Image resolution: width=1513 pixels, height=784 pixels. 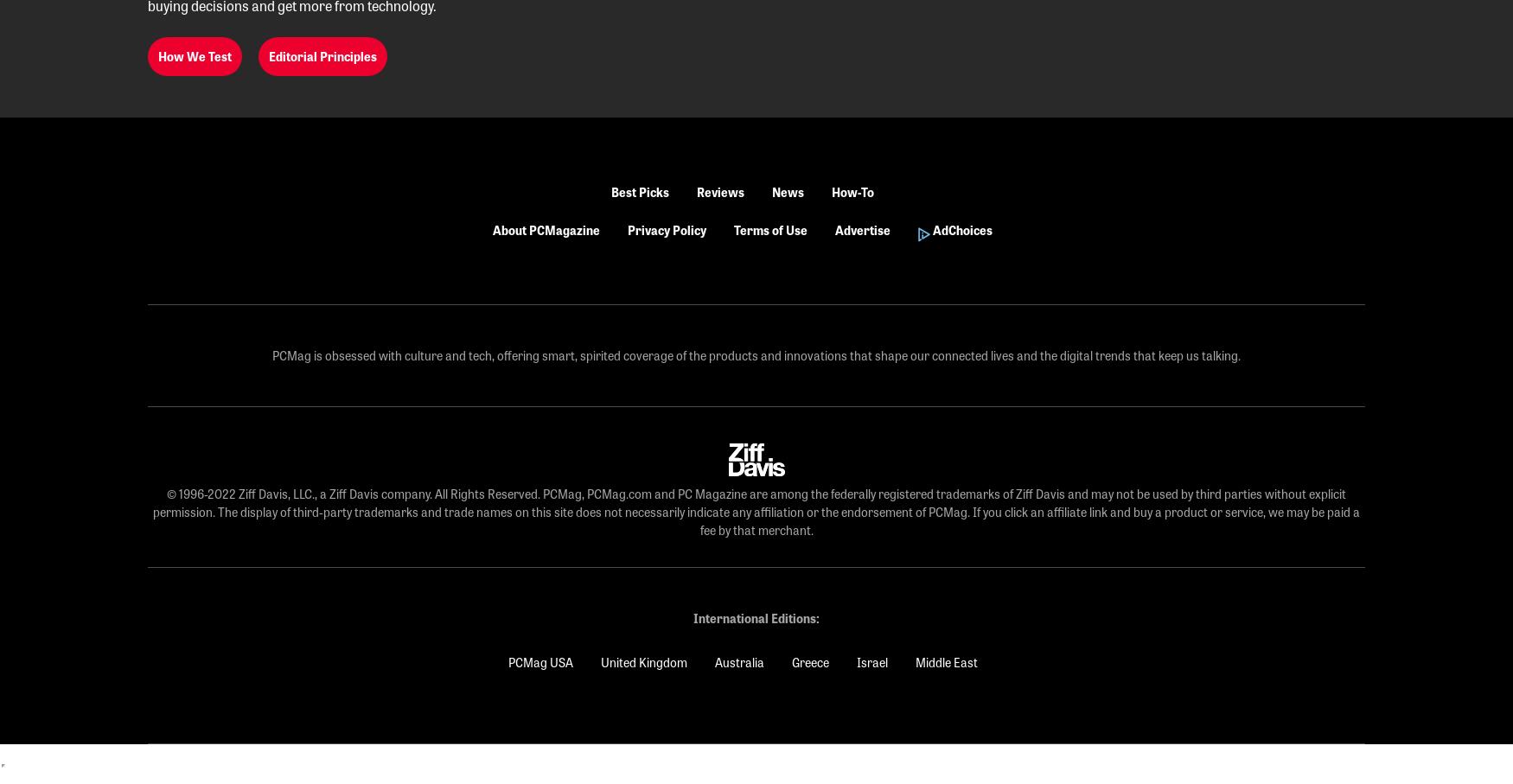 I want to click on 'Best Picks', so click(x=640, y=192).